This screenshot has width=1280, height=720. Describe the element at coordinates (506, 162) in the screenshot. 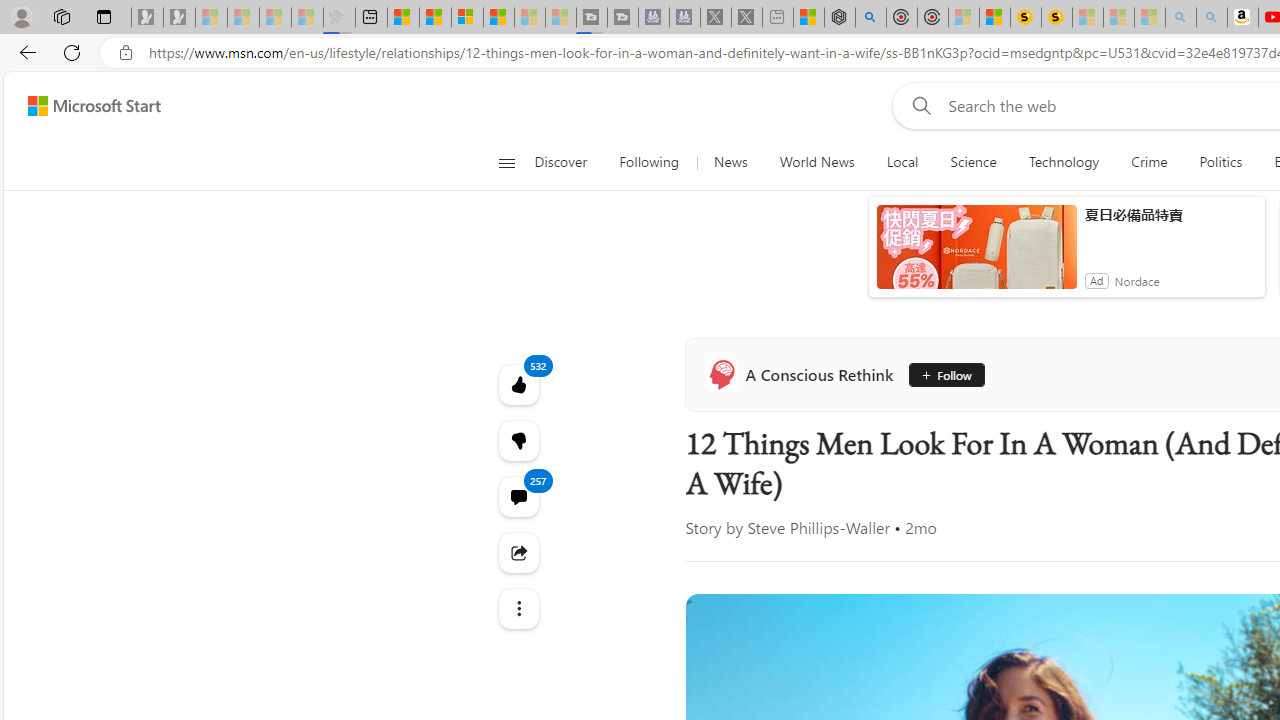

I see `'Open navigation menu'` at that location.